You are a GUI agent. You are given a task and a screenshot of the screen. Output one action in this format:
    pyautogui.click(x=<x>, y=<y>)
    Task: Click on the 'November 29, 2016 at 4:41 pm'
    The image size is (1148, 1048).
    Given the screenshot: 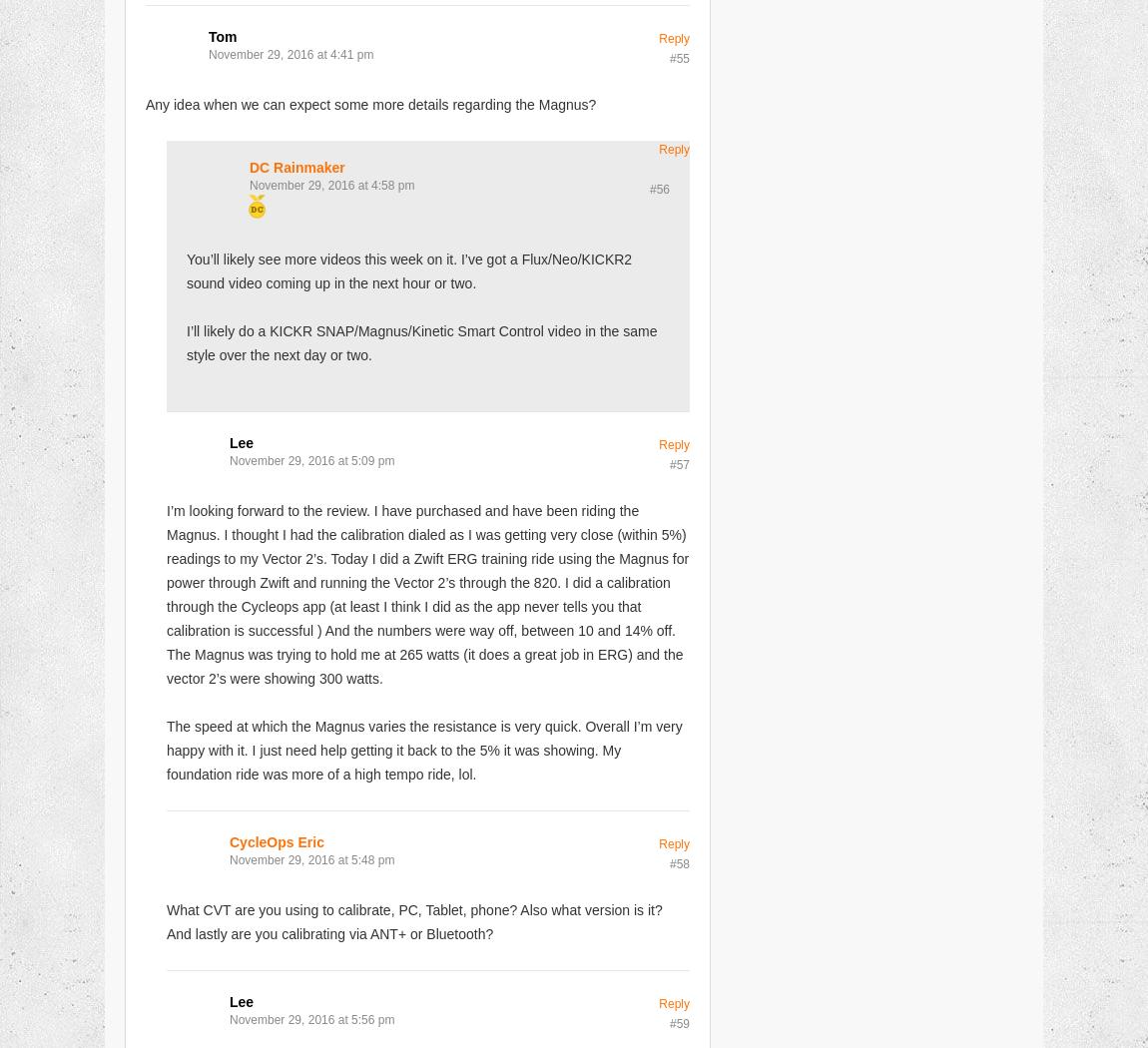 What is the action you would take?
    pyautogui.click(x=290, y=52)
    